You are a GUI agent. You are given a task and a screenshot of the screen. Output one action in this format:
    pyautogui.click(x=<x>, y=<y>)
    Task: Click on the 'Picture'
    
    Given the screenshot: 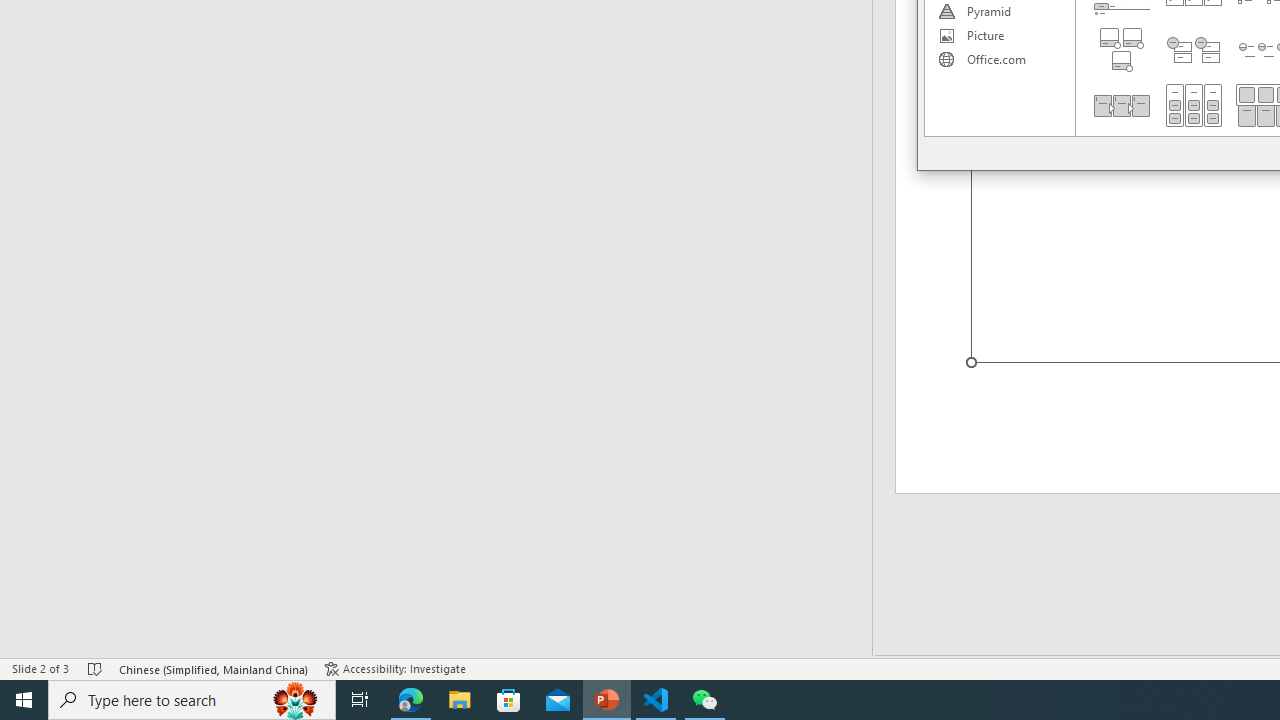 What is the action you would take?
    pyautogui.click(x=999, y=36)
    